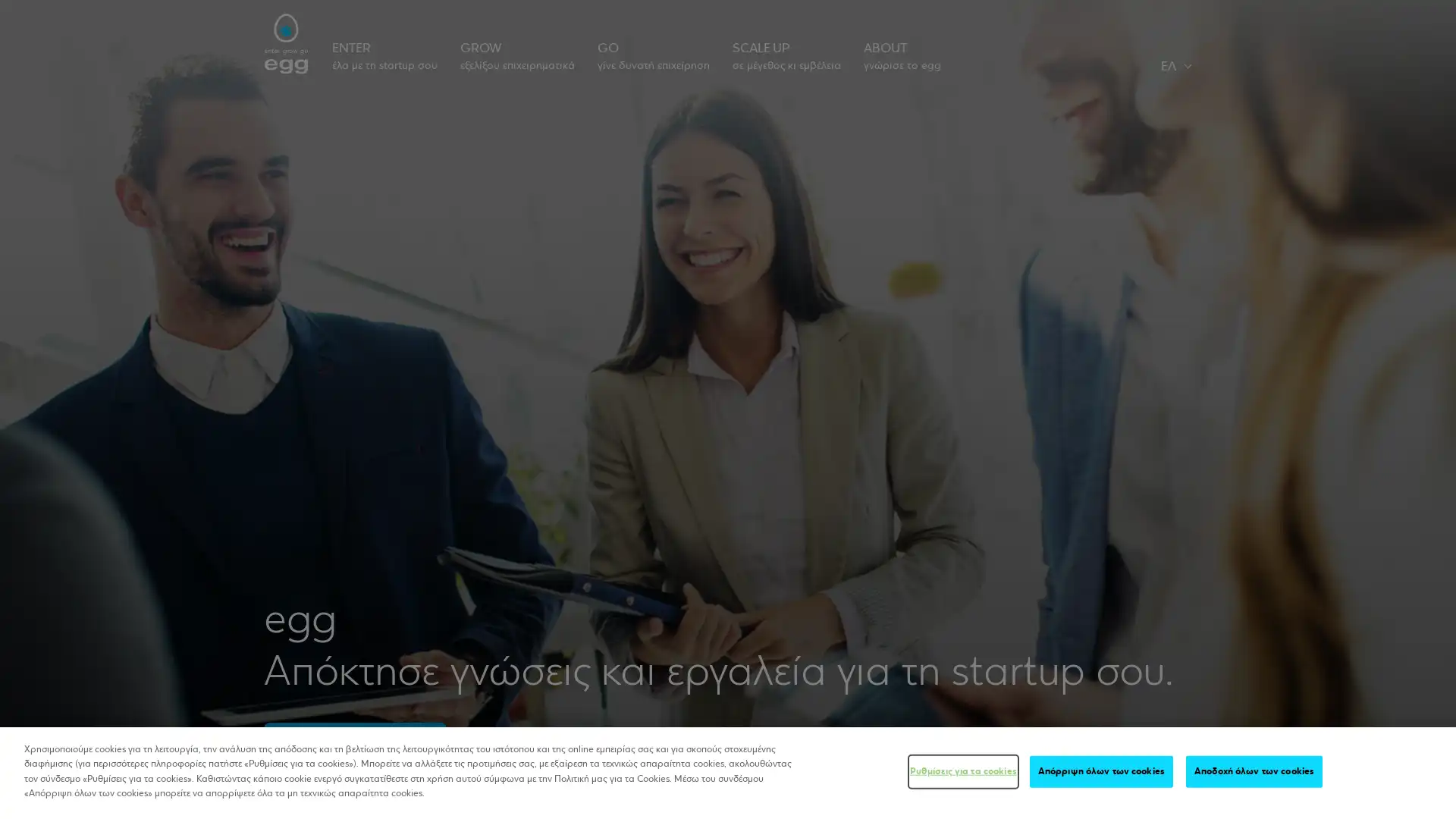  I want to click on cookies, so click(962, 771).